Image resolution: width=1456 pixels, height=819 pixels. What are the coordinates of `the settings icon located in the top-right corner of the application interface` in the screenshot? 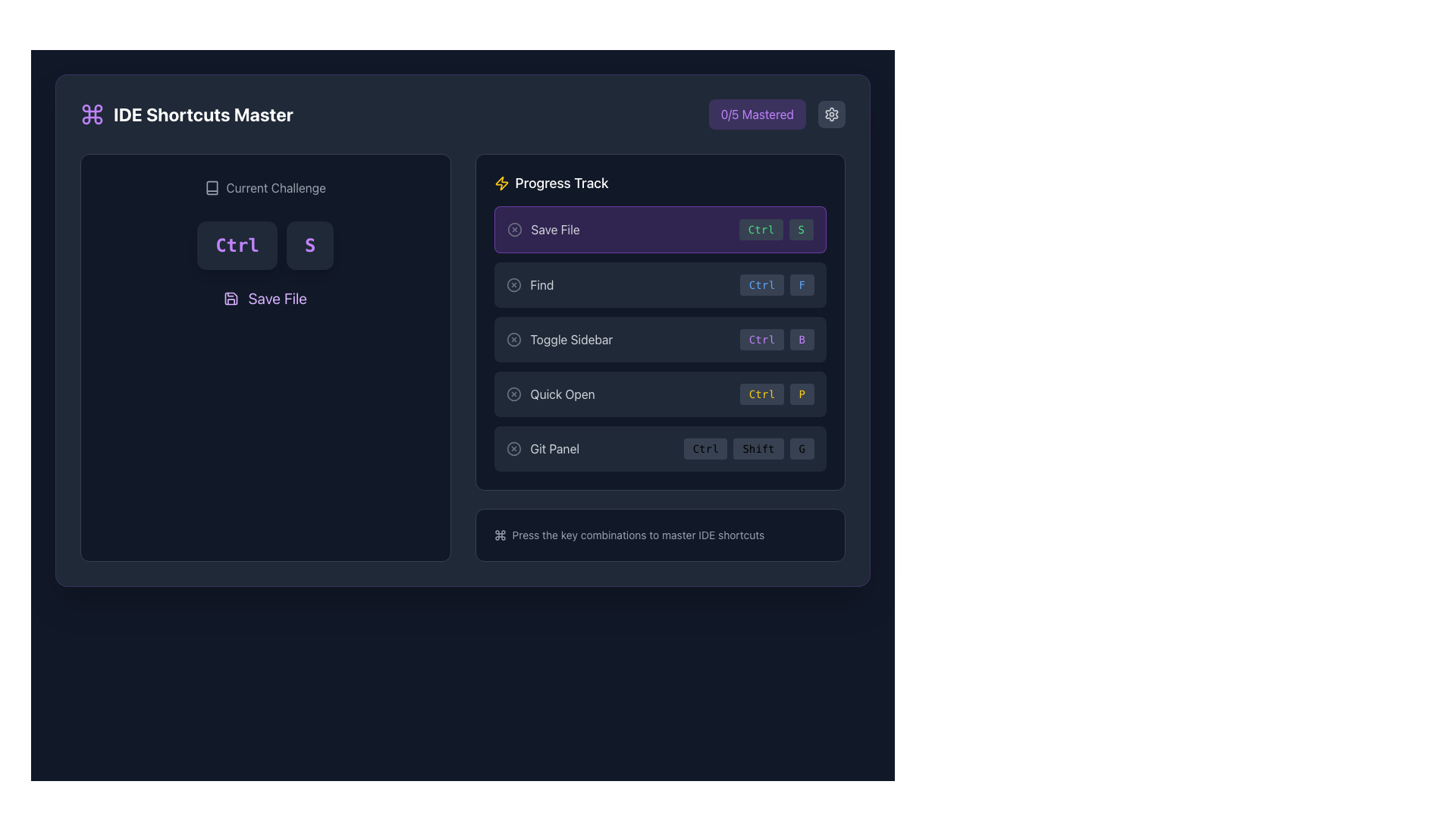 It's located at (831, 113).